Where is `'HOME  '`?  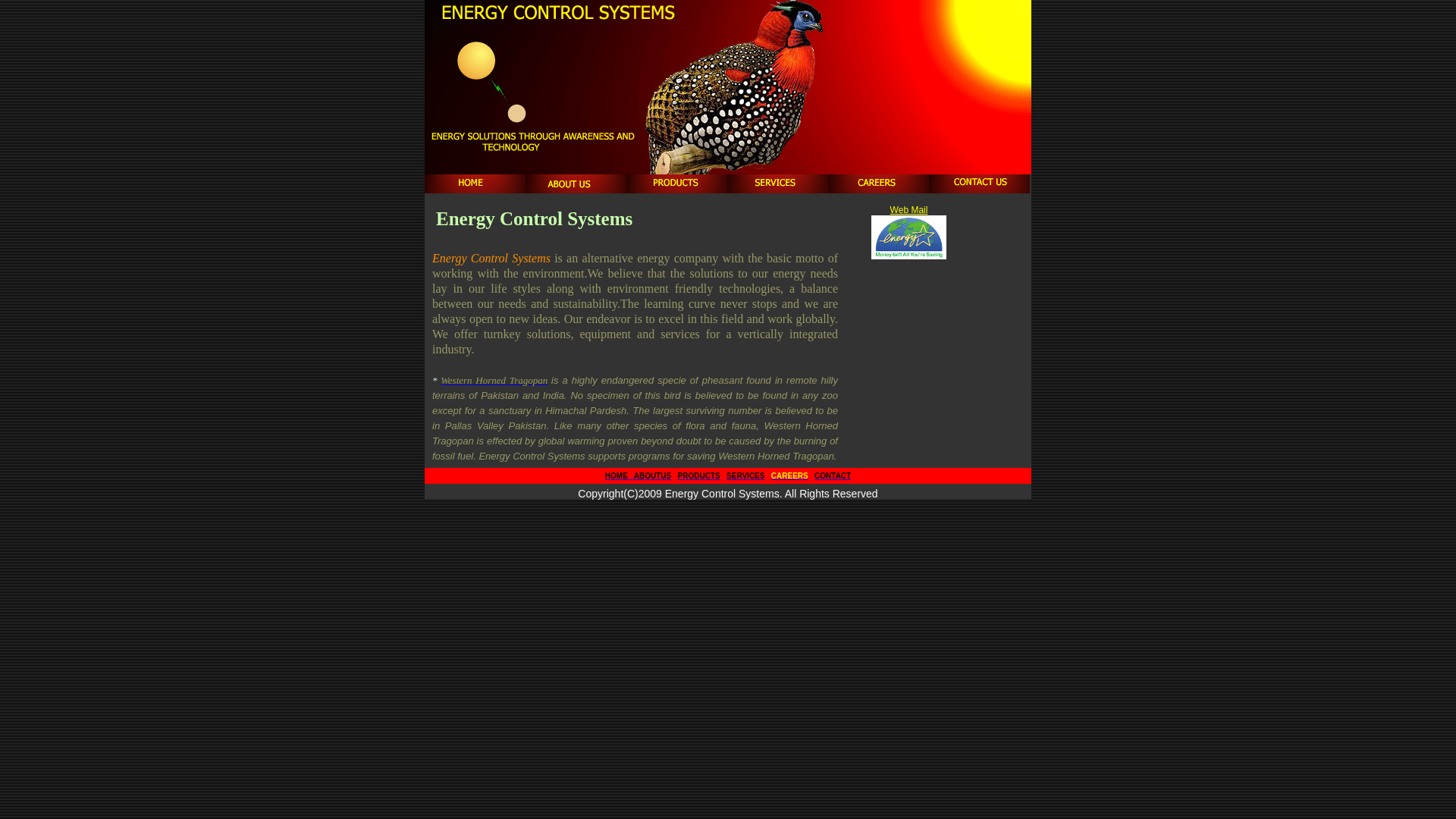 'HOME  ' is located at coordinates (604, 475).